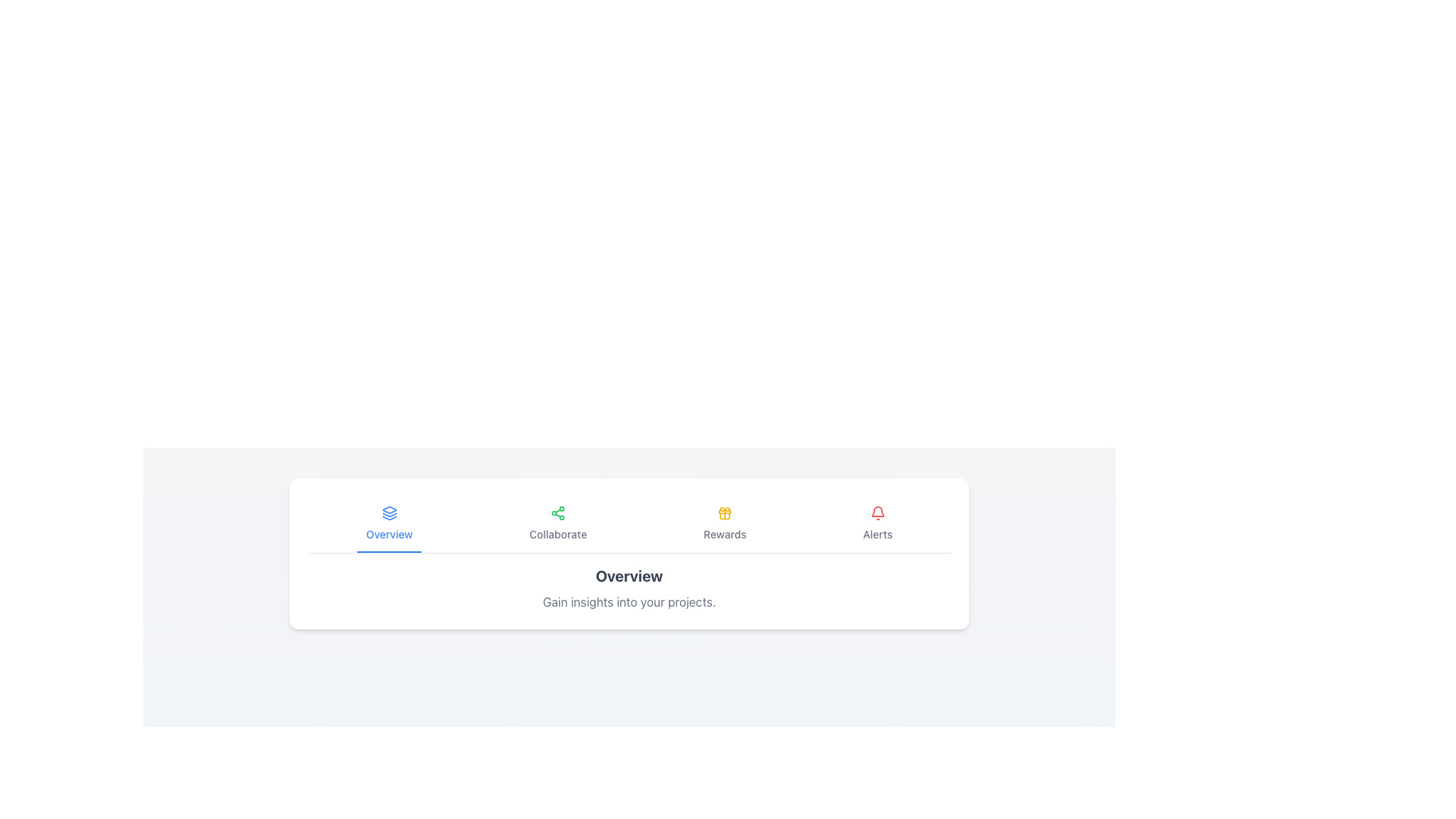 The height and width of the screenshot is (819, 1456). What do you see at coordinates (389, 513) in the screenshot?
I see `the blue layered icon in the top-left section of the navigation bar` at bounding box center [389, 513].